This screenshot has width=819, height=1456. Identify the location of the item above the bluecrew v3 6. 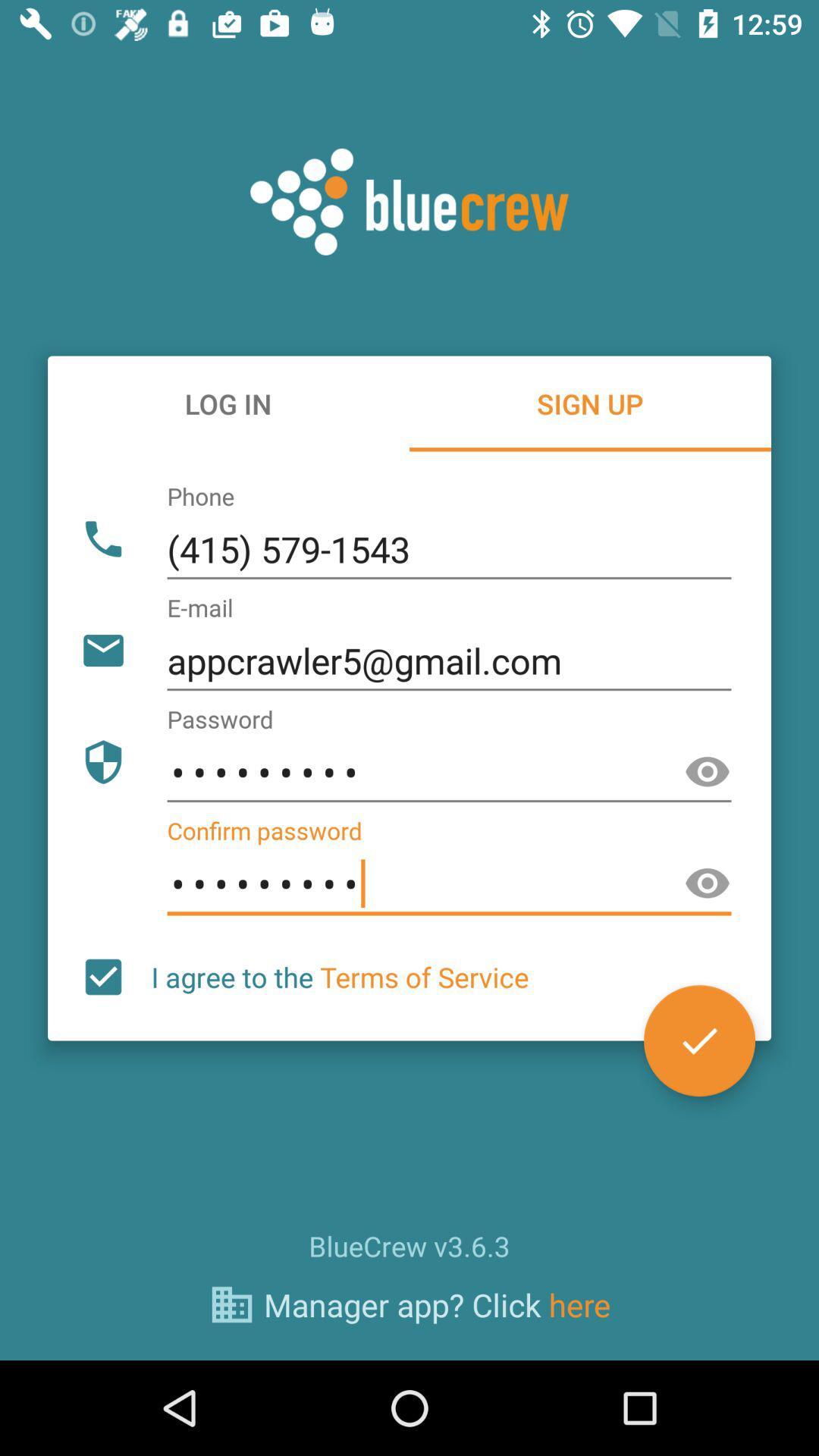
(339, 977).